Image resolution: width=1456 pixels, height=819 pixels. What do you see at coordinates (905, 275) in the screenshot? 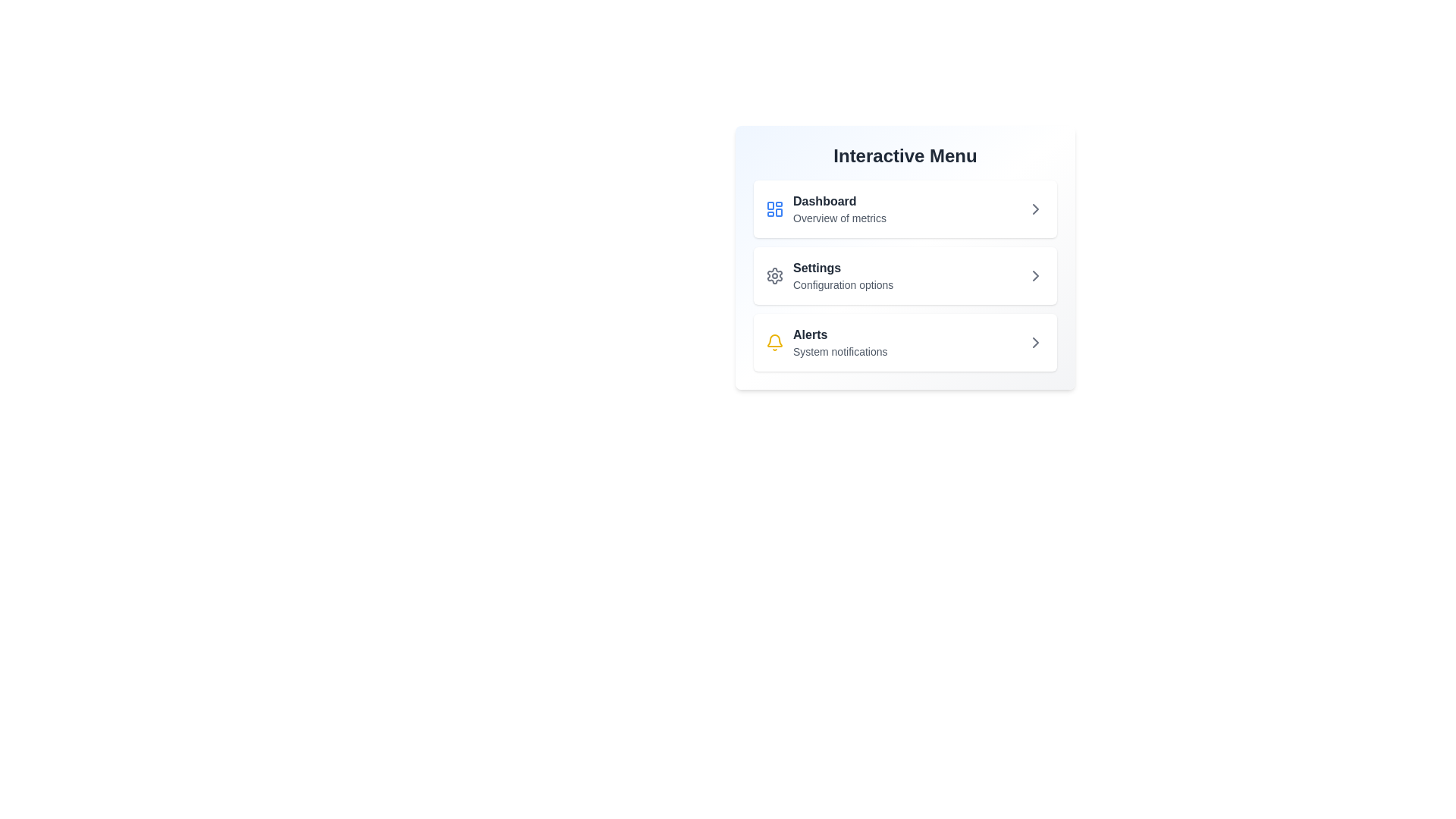
I see `the 'Settings' menu item in the navigation menu` at bounding box center [905, 275].